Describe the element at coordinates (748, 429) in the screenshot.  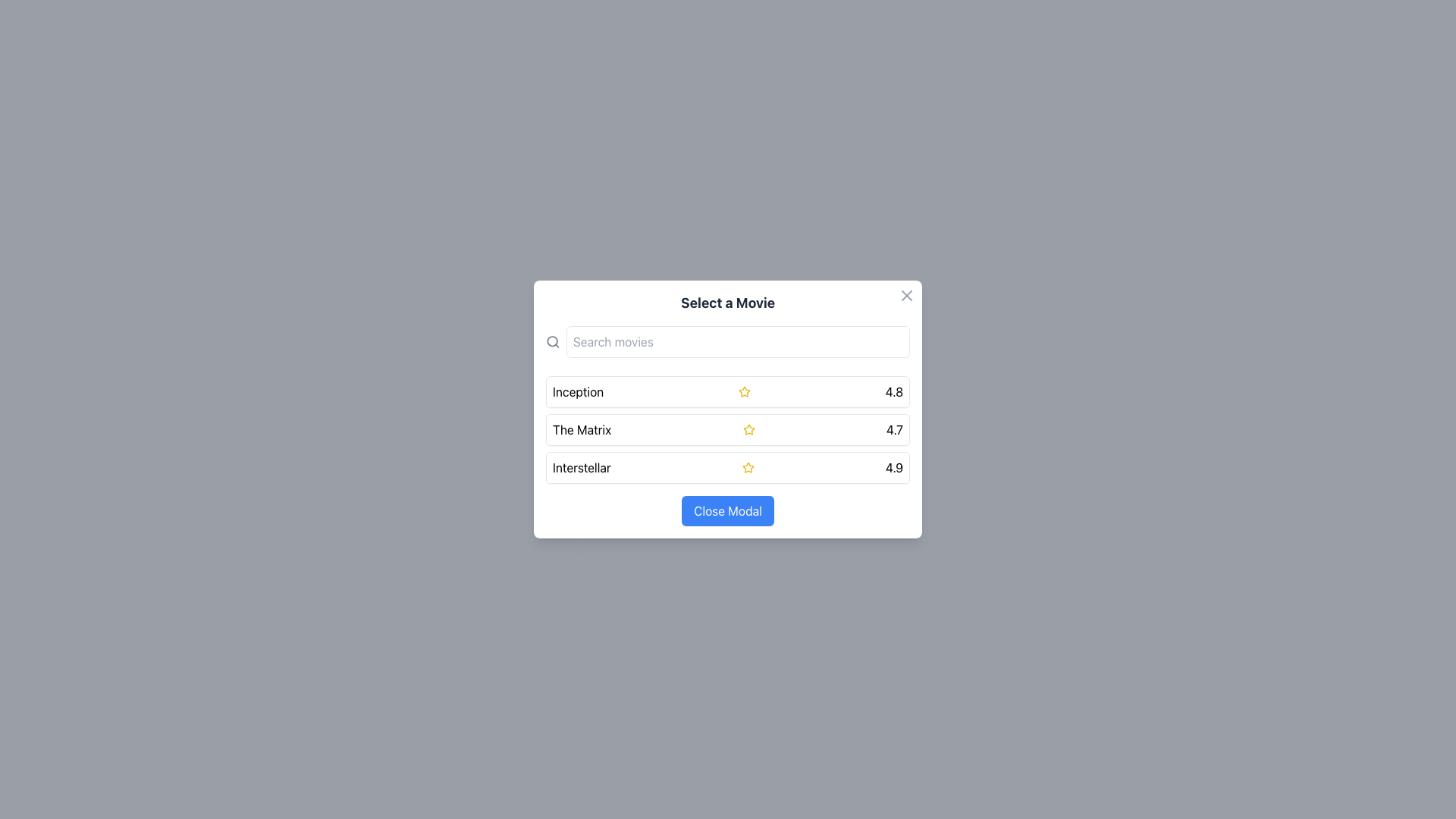
I see `the yellow star-shaped icon representing the rating for 'The Matrix'` at that location.